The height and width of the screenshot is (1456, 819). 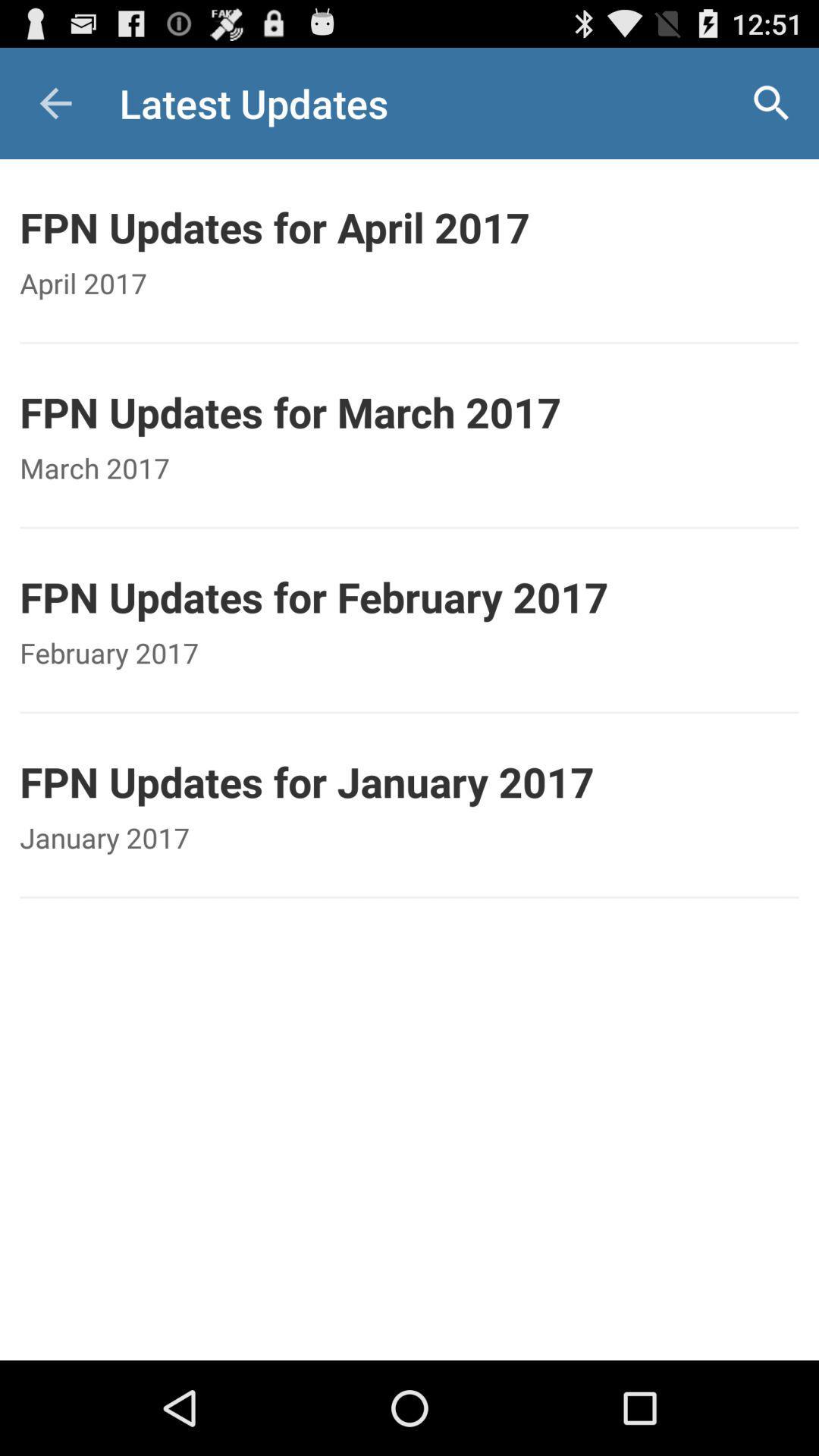 I want to click on icon at the top right corner, so click(x=771, y=102).